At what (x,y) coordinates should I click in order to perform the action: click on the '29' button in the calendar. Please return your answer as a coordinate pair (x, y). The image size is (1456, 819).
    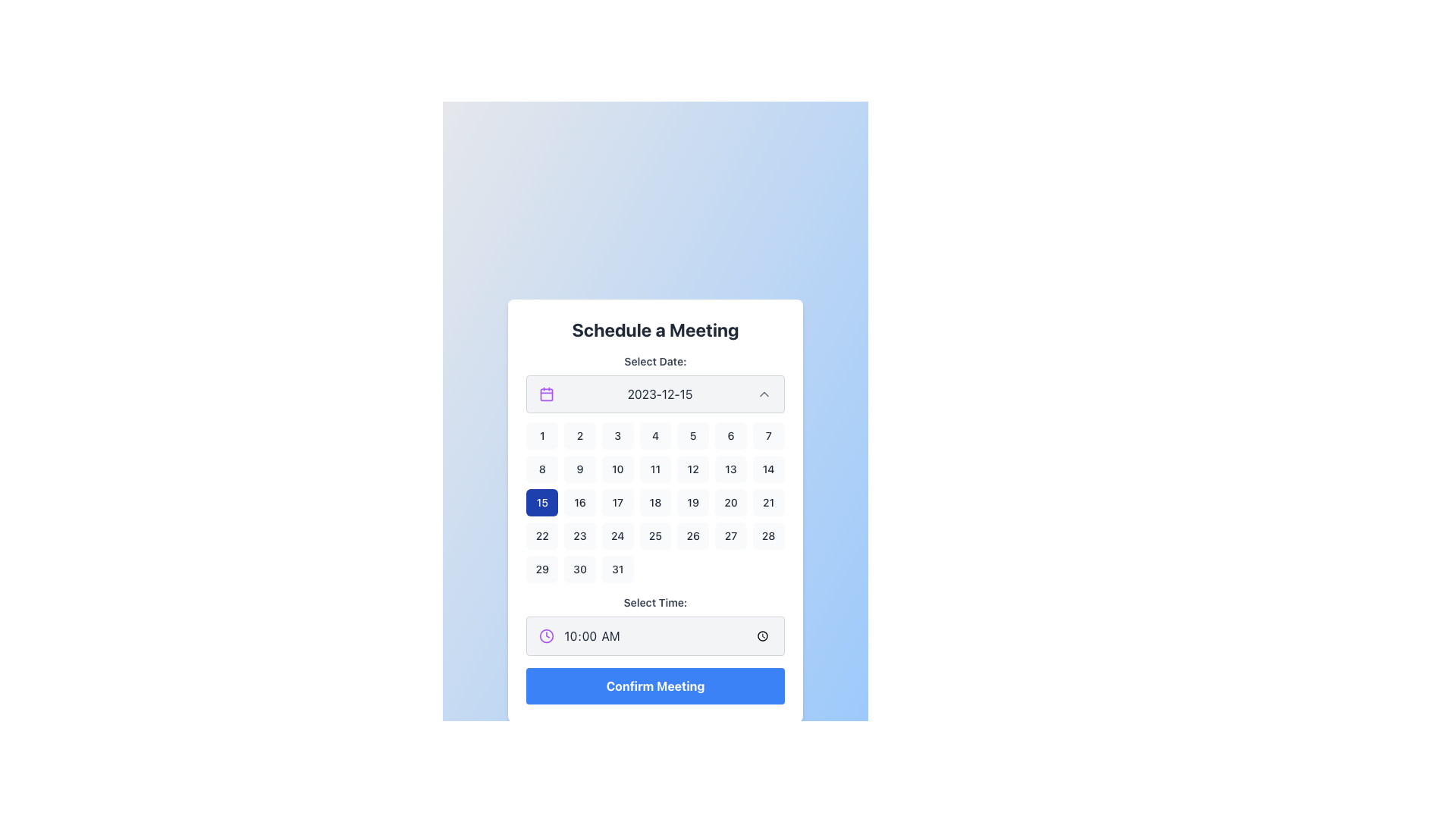
    Looking at the image, I should click on (542, 570).